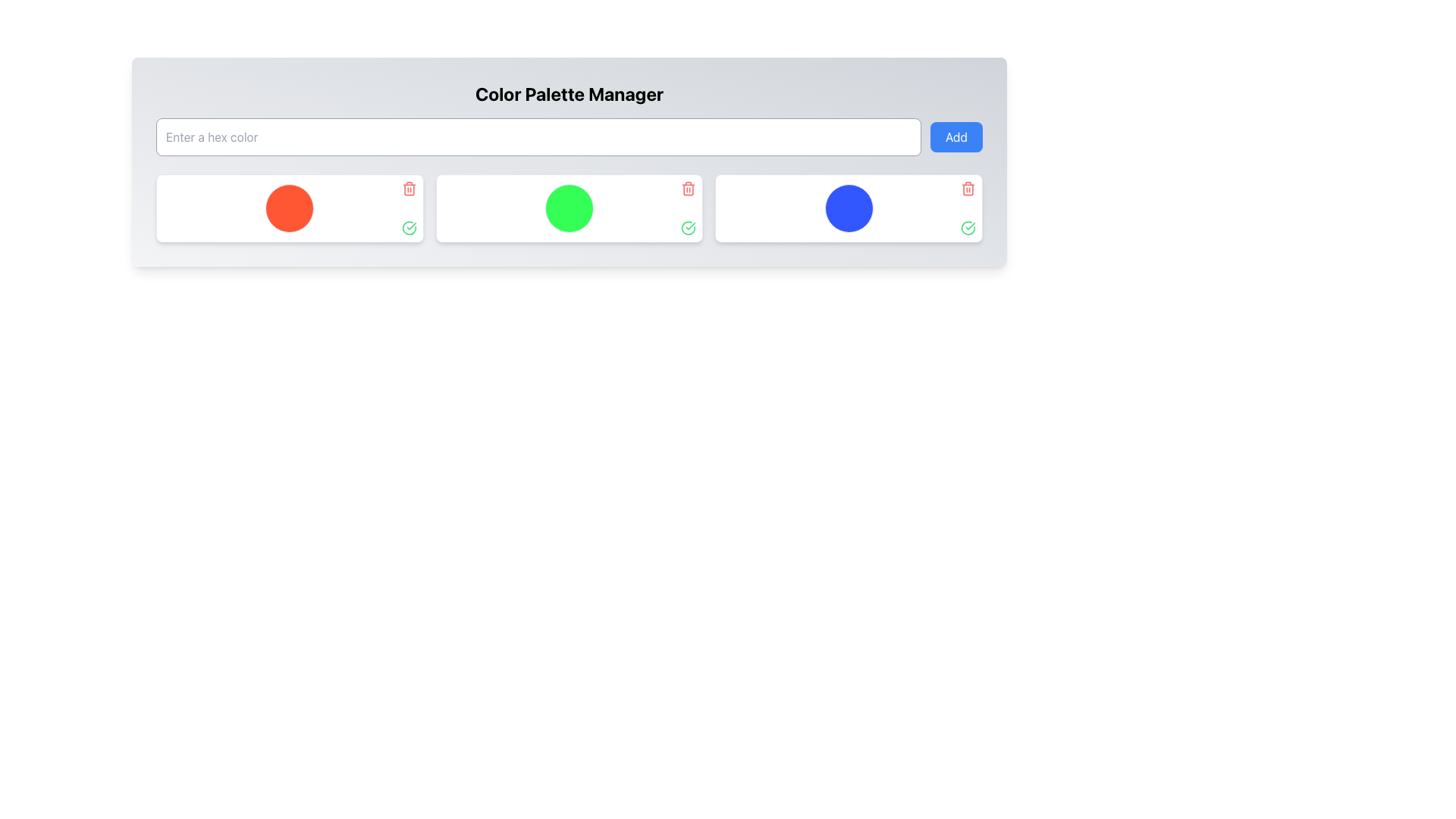 This screenshot has width=1456, height=819. Describe the element at coordinates (568, 93) in the screenshot. I see `the bold text label 'Color Palette Manager' which is prominently positioned at the top of the interface` at that location.